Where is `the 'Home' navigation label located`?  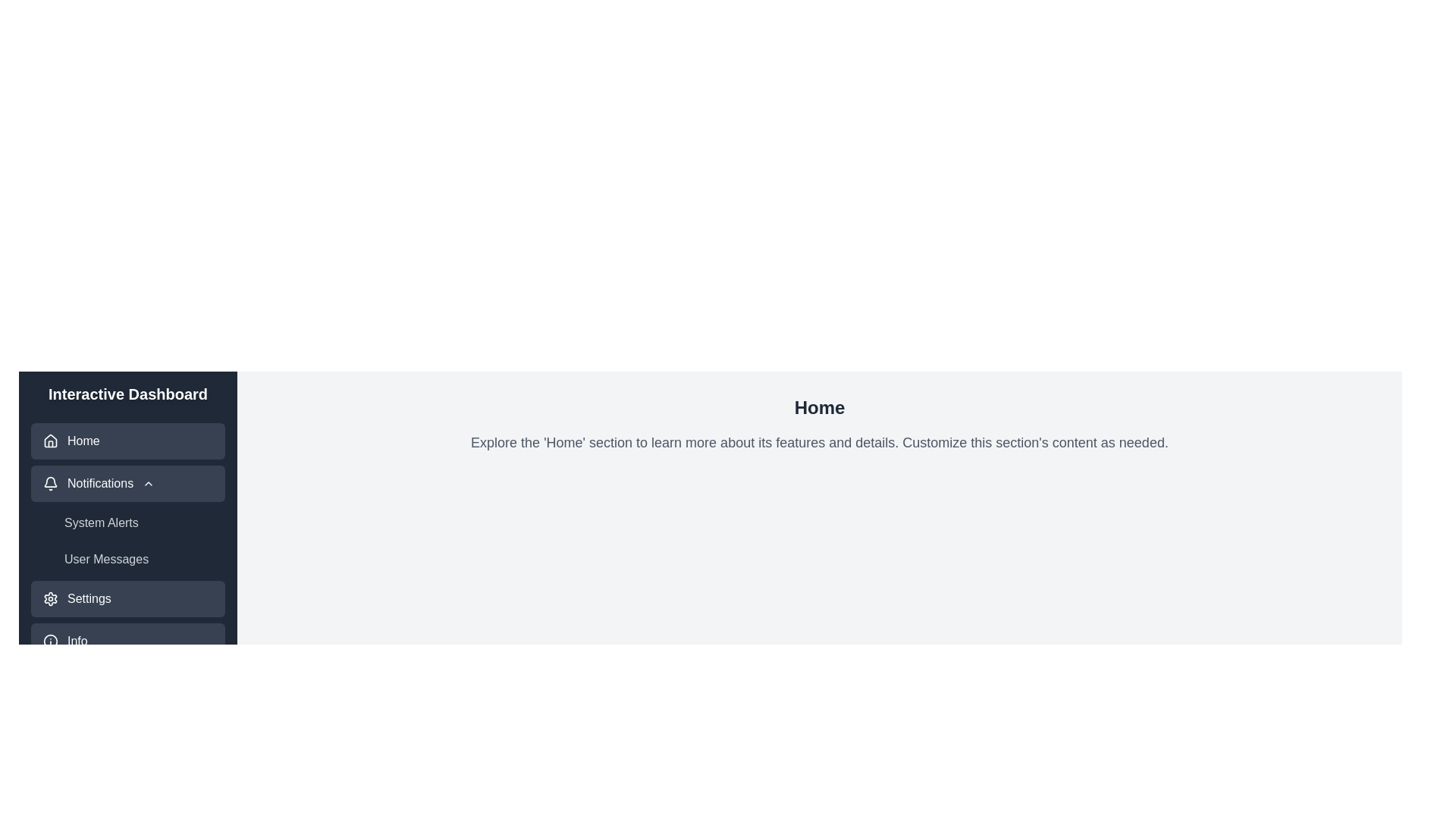 the 'Home' navigation label located is located at coordinates (83, 441).